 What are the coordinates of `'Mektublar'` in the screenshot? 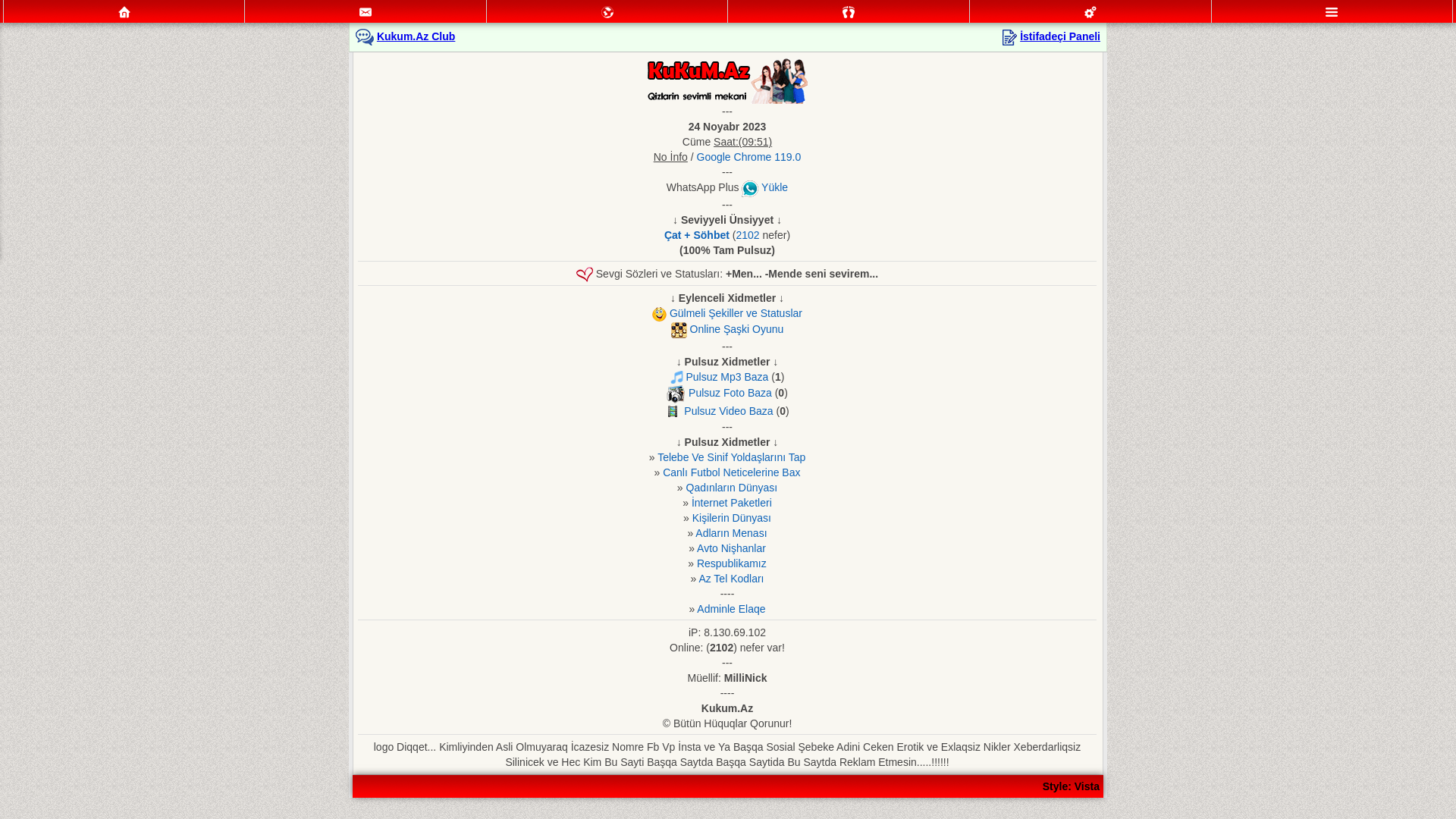 It's located at (607, 11).